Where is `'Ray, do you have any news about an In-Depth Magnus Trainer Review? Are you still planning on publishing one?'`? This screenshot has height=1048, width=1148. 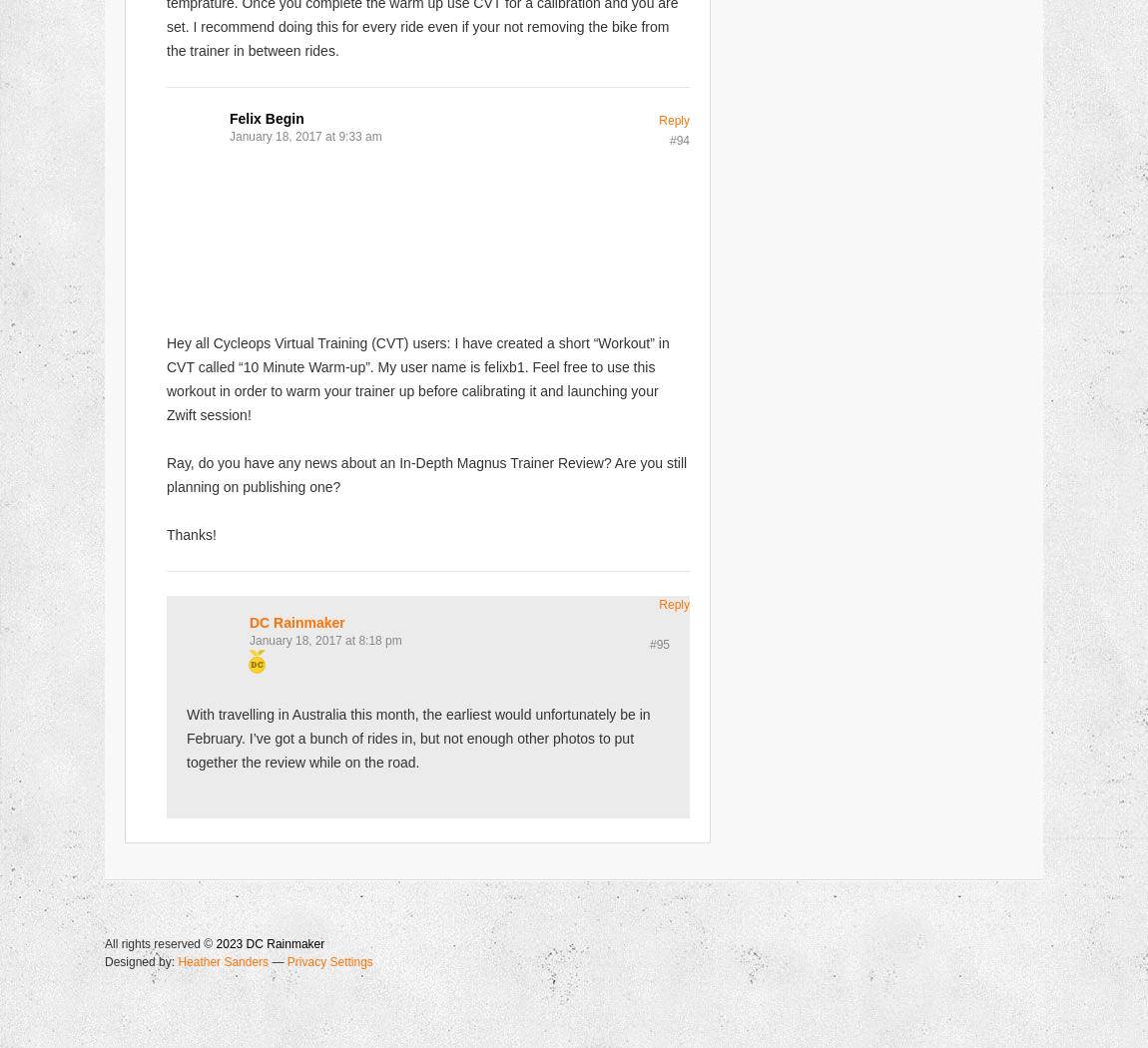 'Ray, do you have any news about an In-Depth Magnus Trainer Review? Are you still planning on publishing one?' is located at coordinates (426, 474).